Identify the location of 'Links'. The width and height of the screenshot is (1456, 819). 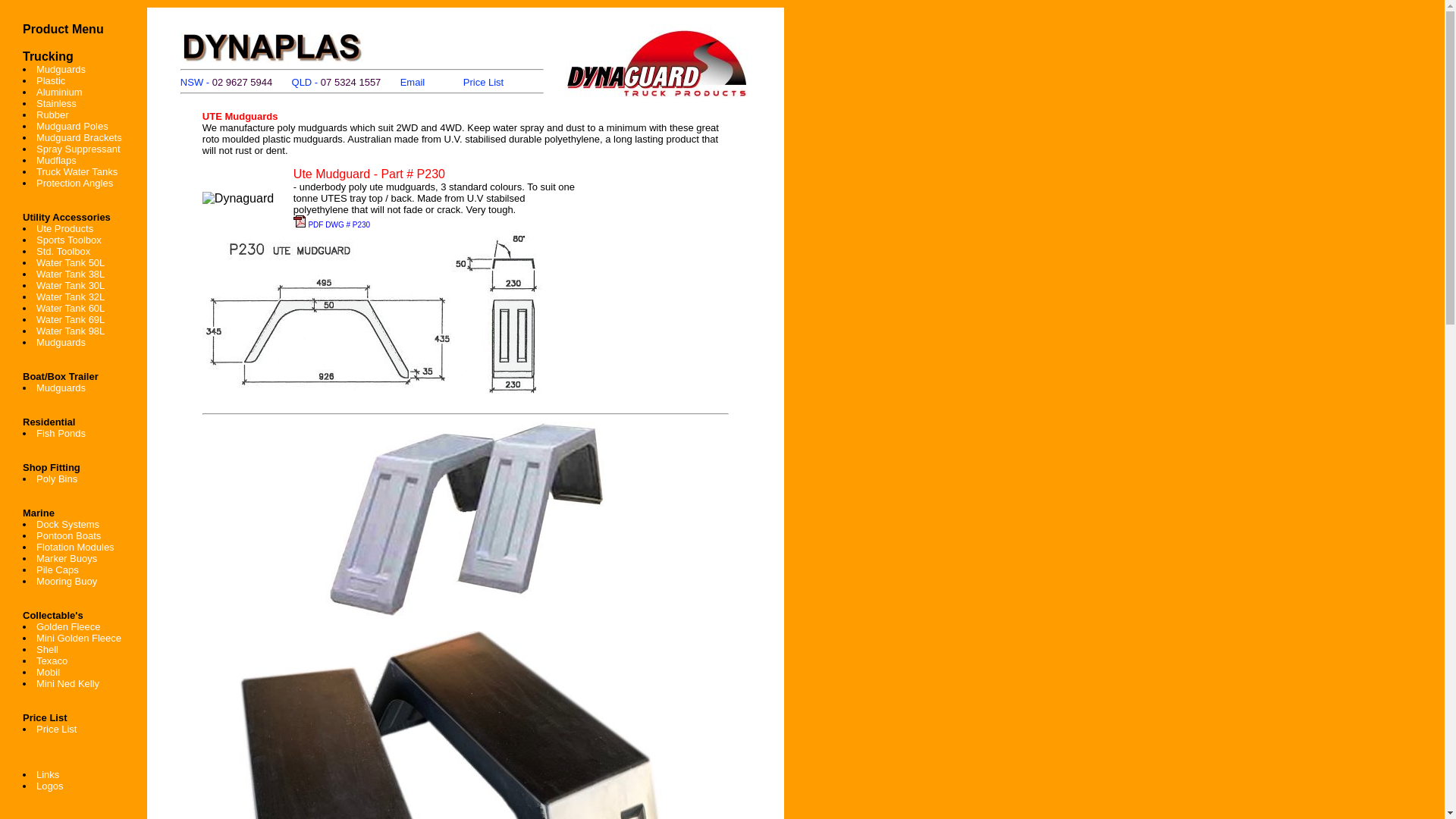
(47, 774).